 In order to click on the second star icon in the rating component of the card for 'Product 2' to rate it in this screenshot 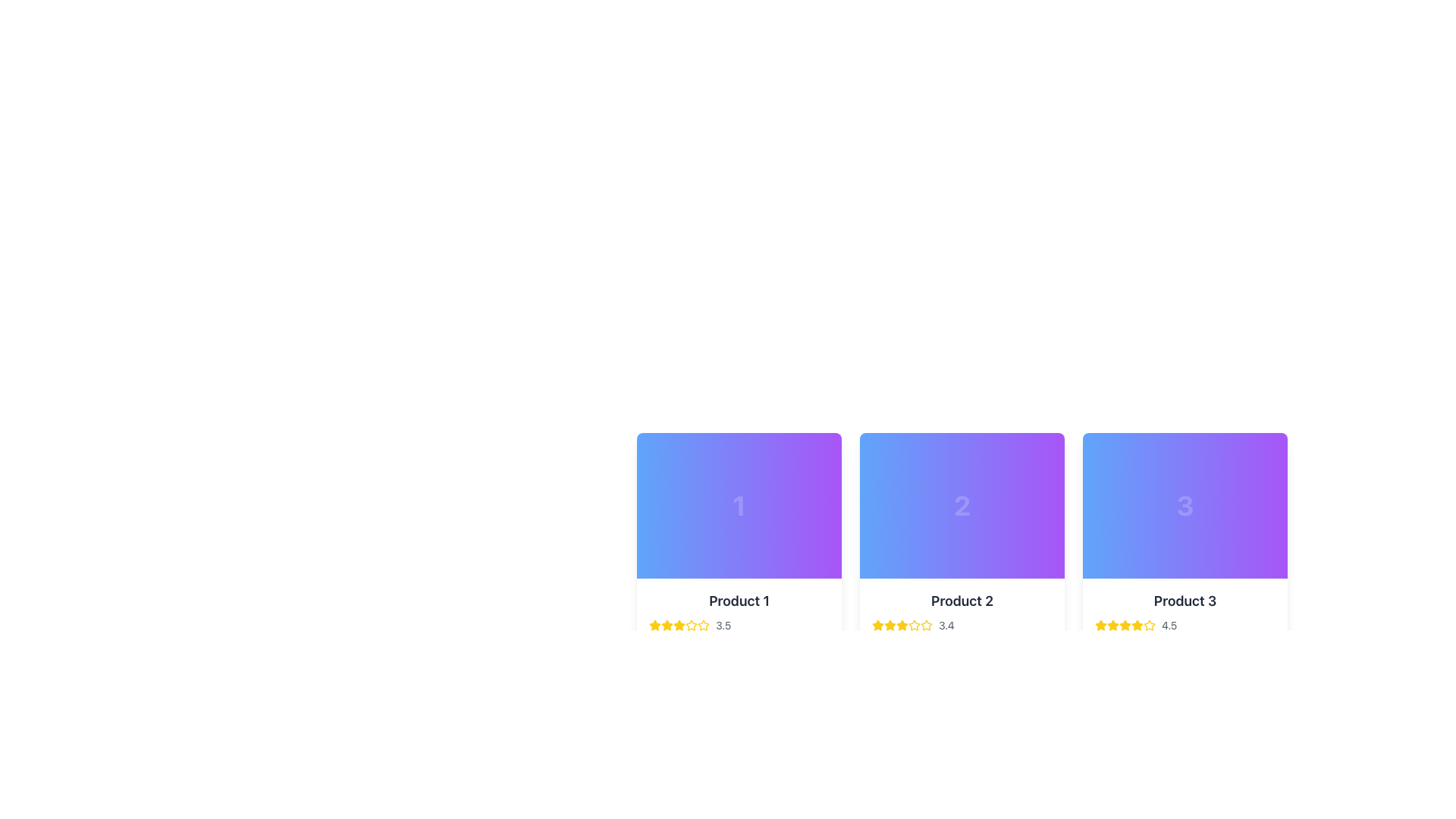, I will do `click(902, 626)`.